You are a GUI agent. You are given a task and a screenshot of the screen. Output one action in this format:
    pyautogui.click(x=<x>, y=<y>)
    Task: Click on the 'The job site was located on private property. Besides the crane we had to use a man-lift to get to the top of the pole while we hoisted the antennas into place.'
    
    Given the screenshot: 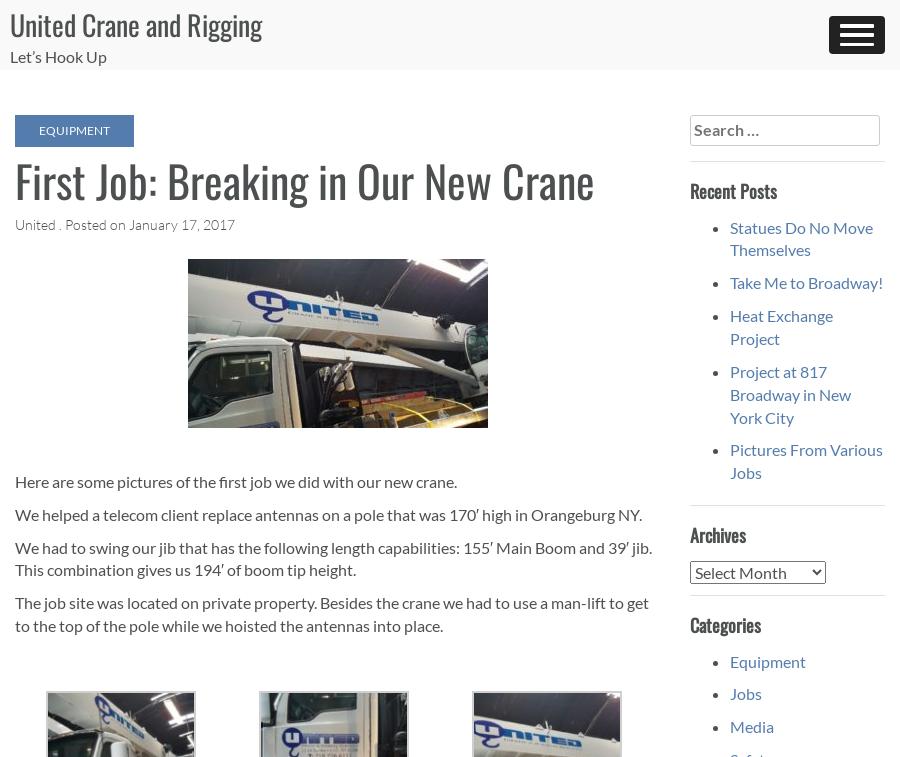 What is the action you would take?
    pyautogui.click(x=331, y=614)
    